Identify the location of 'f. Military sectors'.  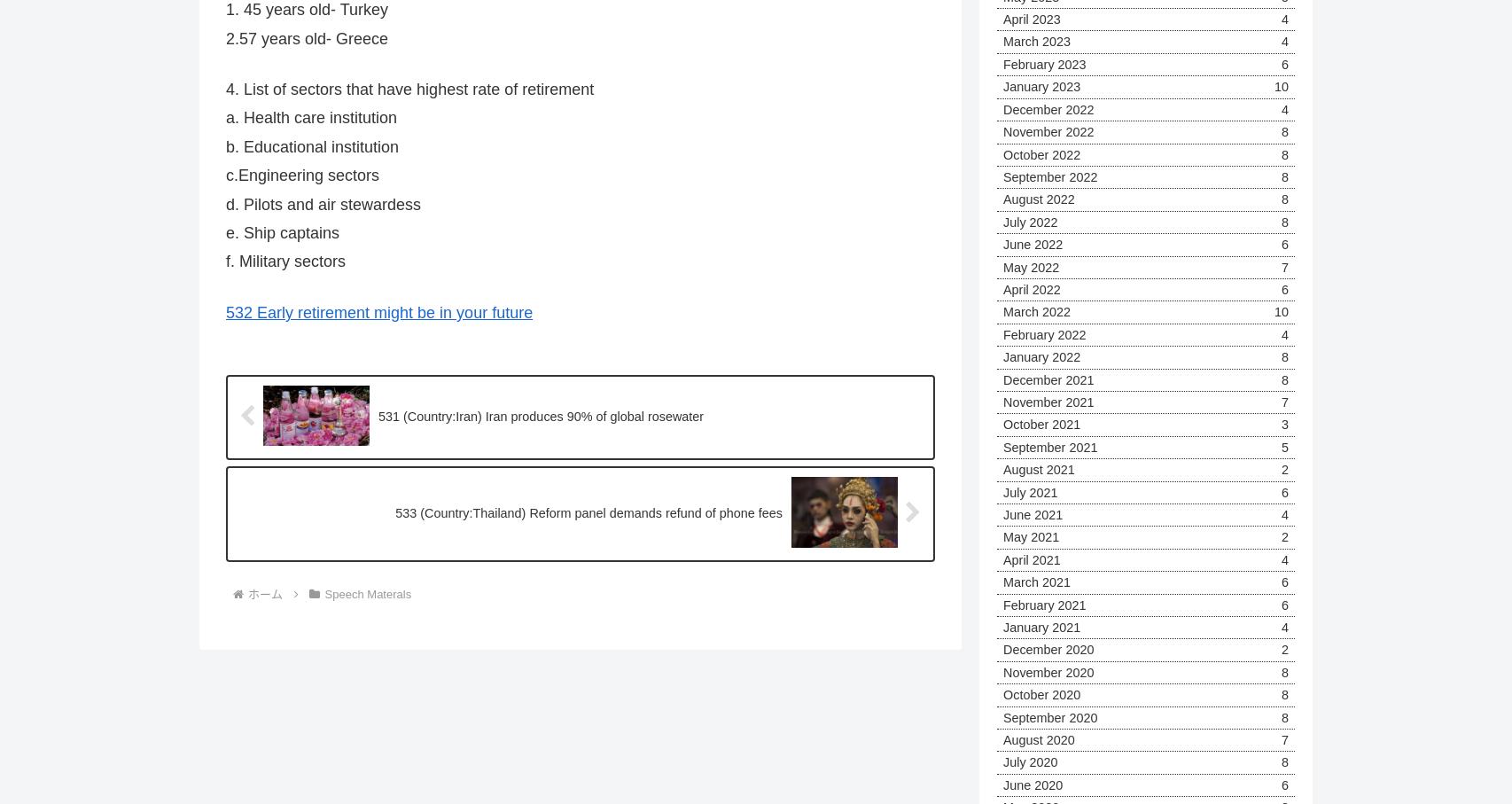
(226, 261).